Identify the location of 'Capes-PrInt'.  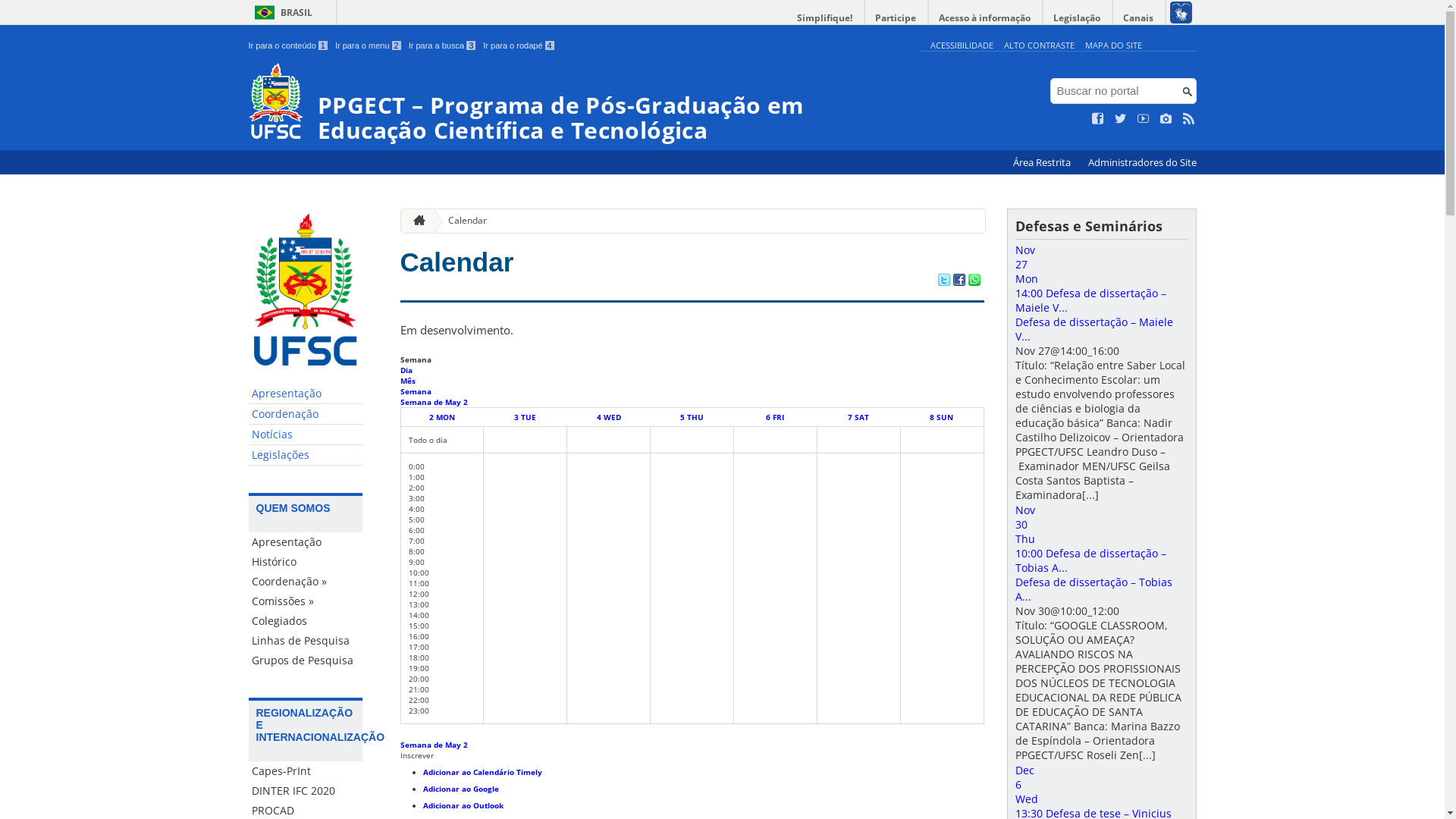
(305, 771).